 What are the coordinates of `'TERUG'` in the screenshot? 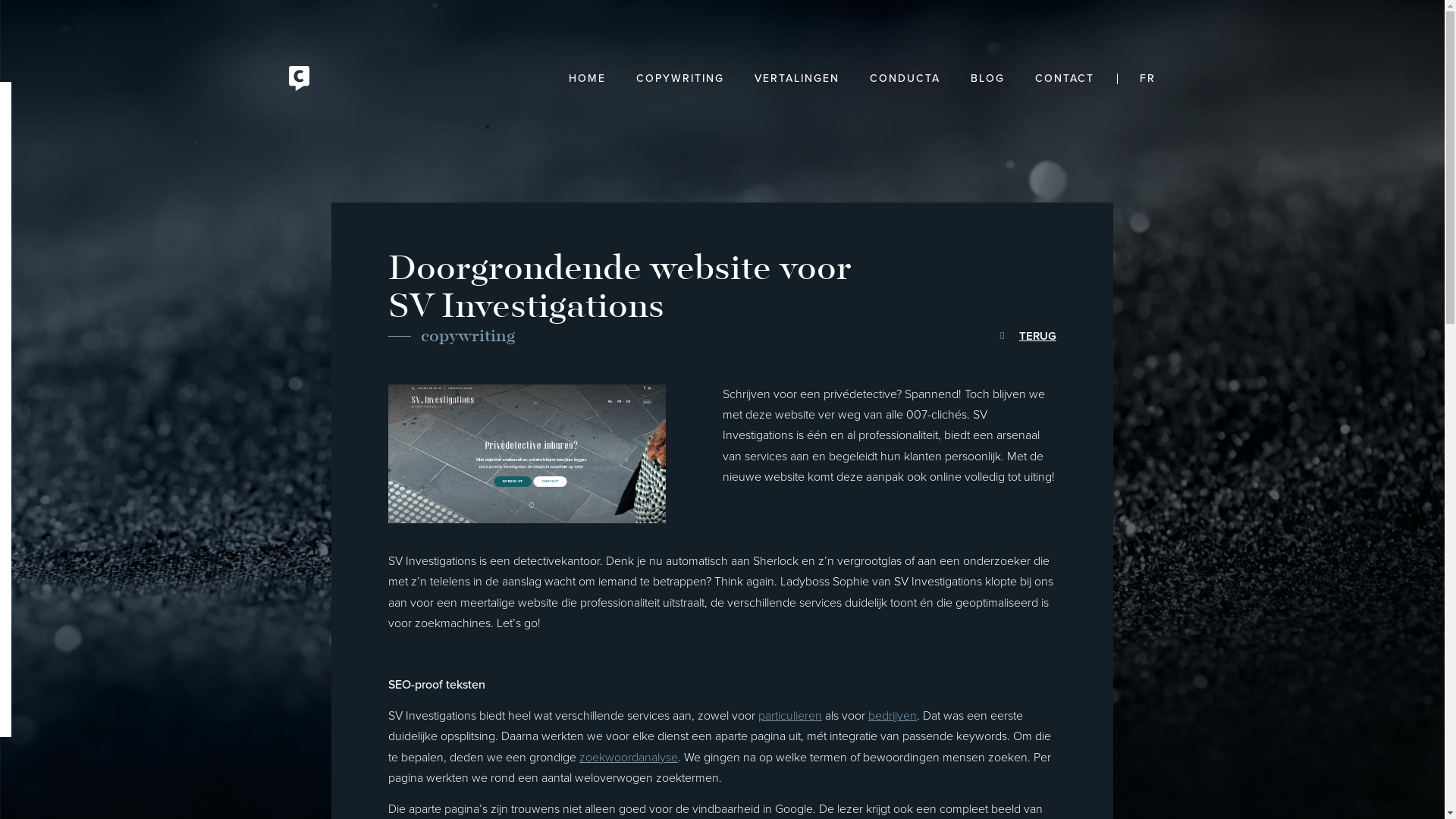 It's located at (1028, 335).